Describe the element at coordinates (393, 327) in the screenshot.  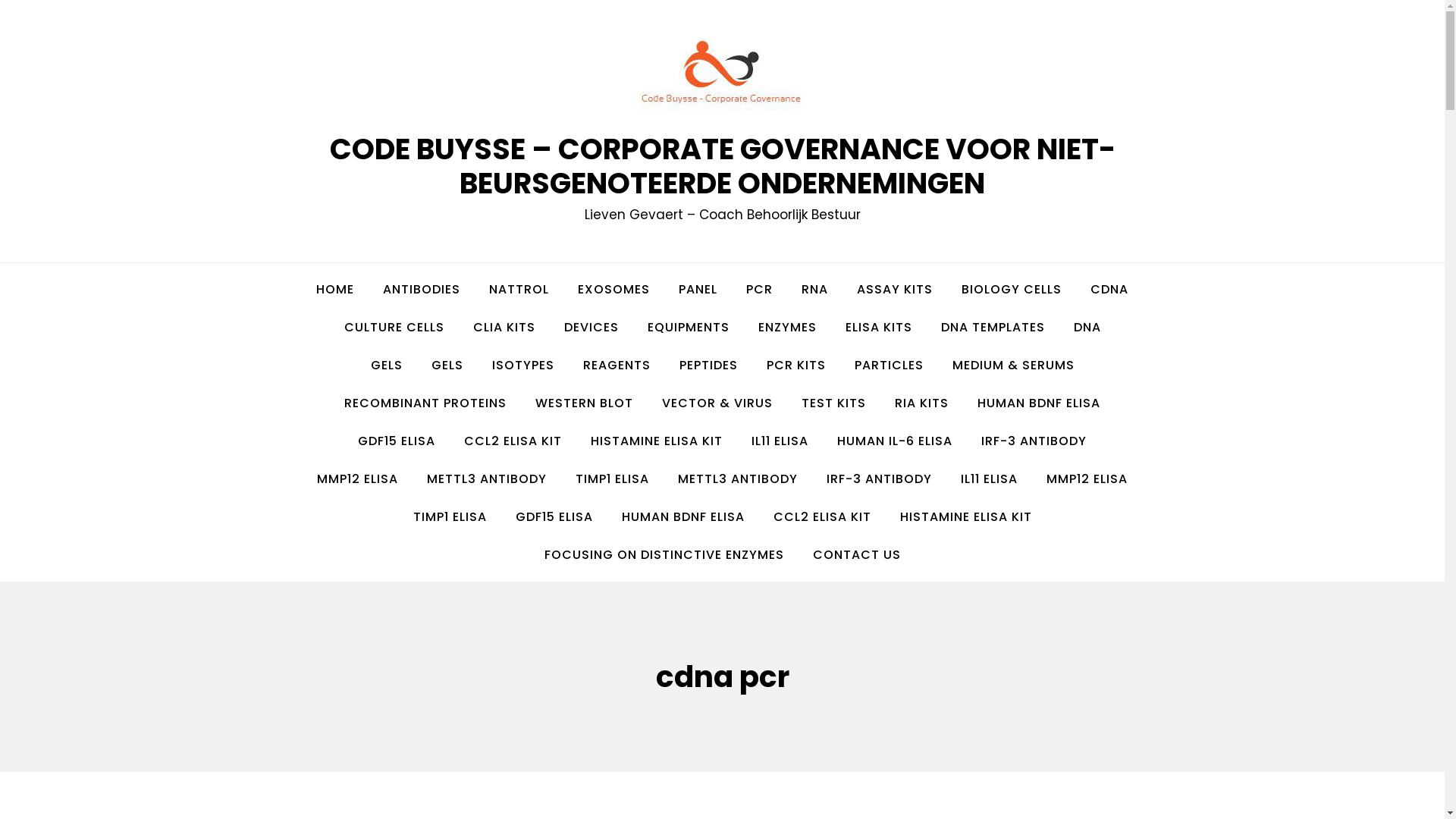
I see `'CULTURE CELLS'` at that location.